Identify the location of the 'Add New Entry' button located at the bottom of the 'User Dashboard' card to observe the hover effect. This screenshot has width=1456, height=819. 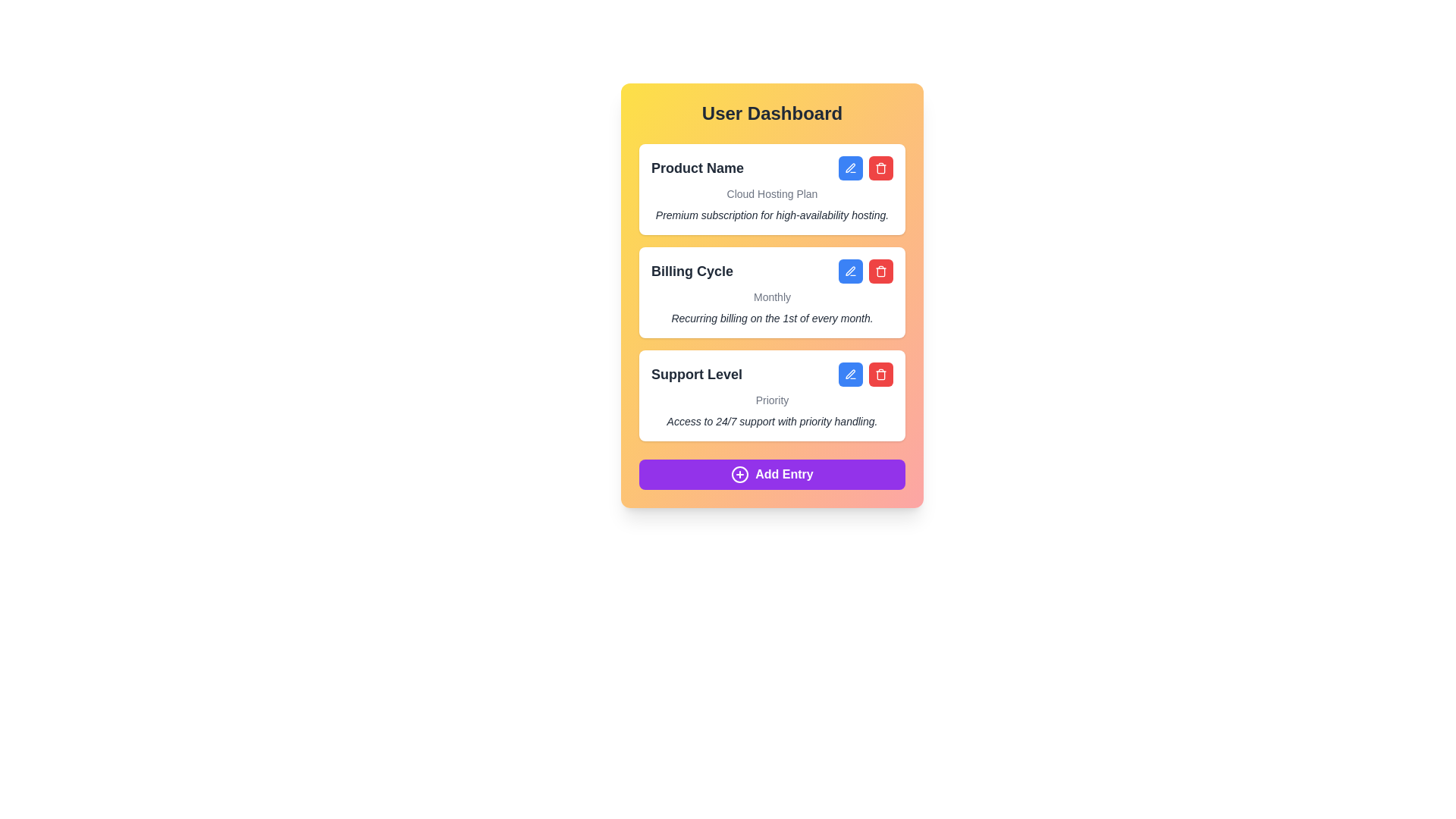
(772, 473).